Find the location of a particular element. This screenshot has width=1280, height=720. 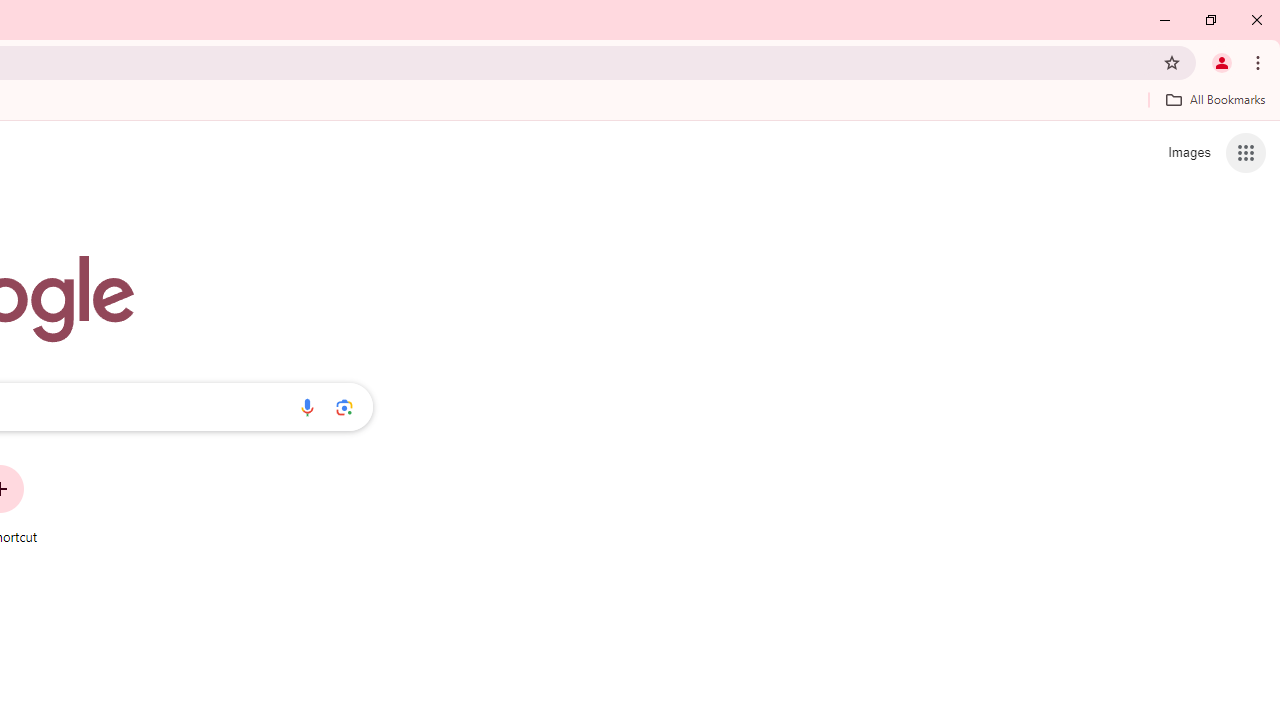

'Search by image' is located at coordinates (344, 406).